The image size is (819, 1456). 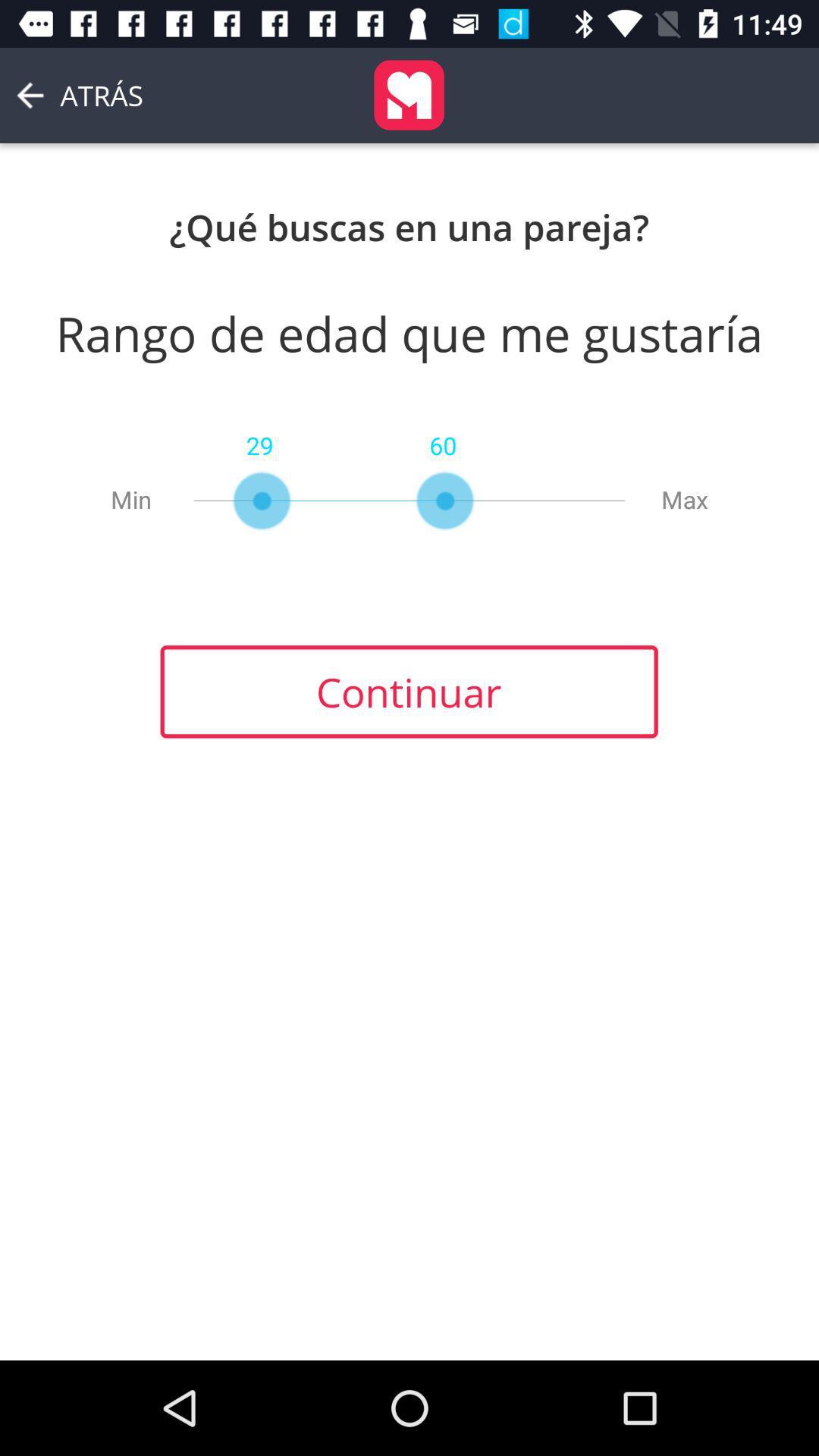 What do you see at coordinates (408, 691) in the screenshot?
I see `item at the center` at bounding box center [408, 691].